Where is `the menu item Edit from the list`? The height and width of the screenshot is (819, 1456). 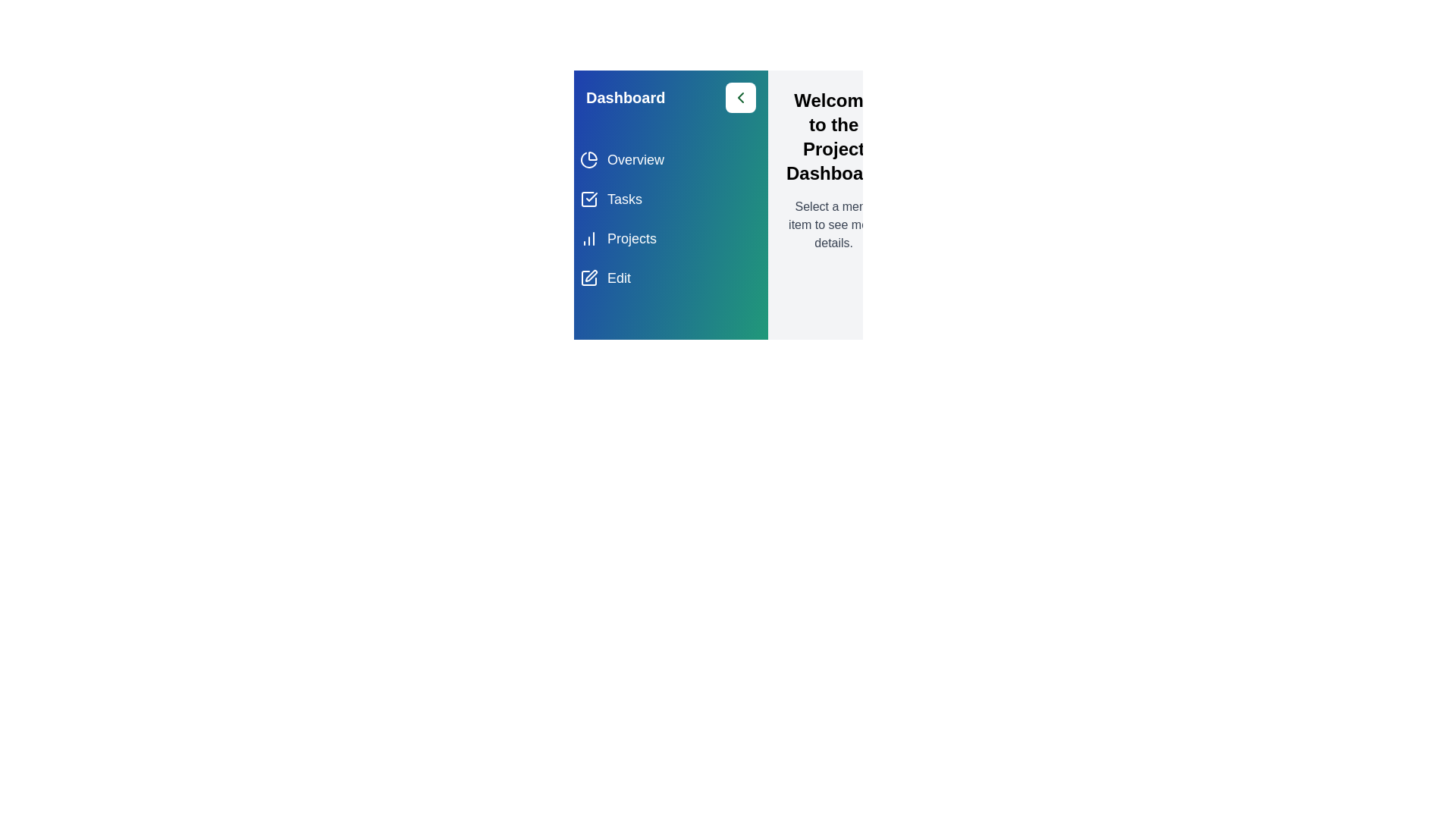
the menu item Edit from the list is located at coordinates (670, 278).